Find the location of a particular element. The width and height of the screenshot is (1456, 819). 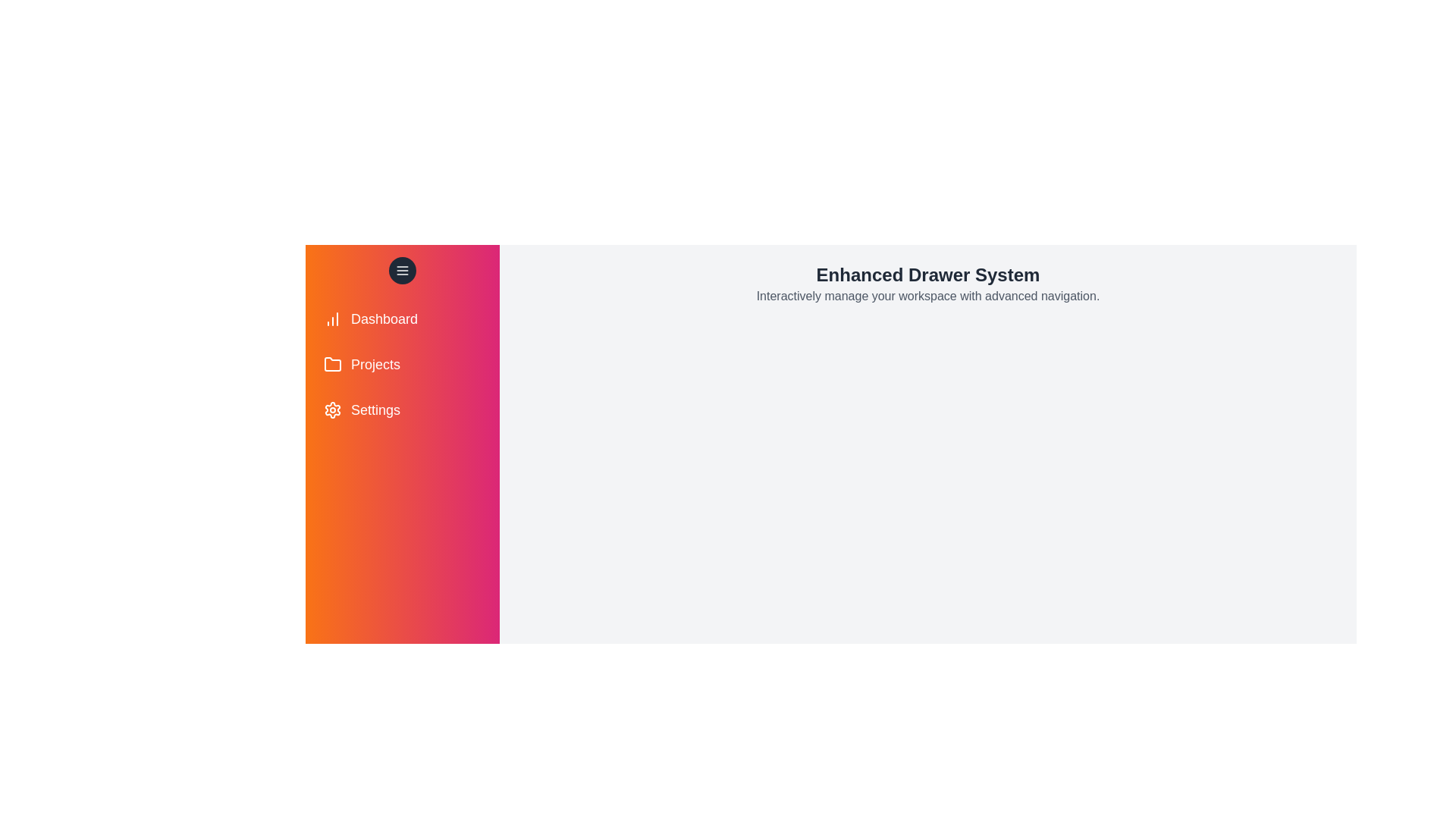

the menu item Projects from the drawer is located at coordinates (403, 365).